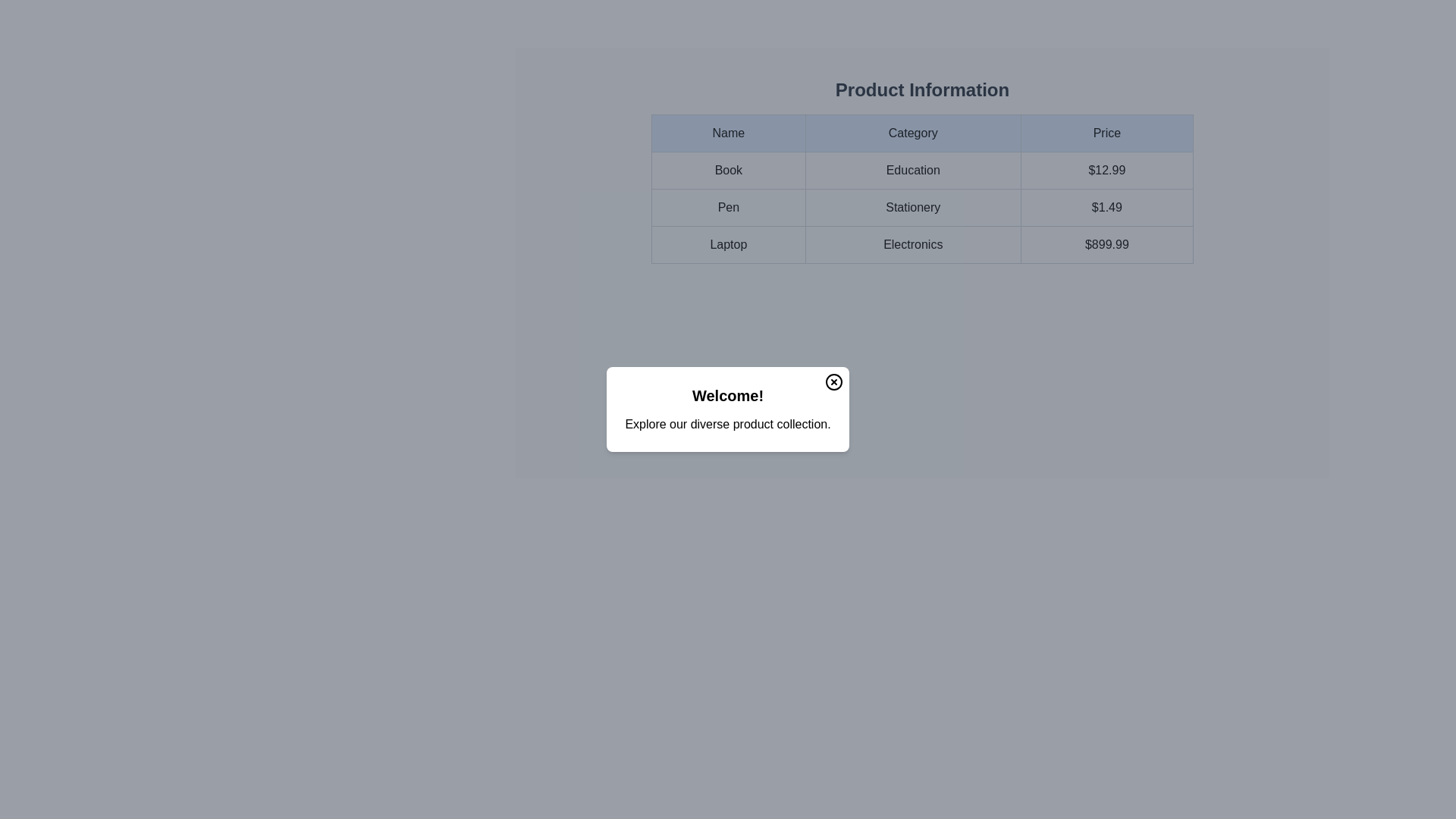  What do you see at coordinates (833, 381) in the screenshot?
I see `the circular button with a cross mark in the top-right corner of the 'Welcome!' popup` at bounding box center [833, 381].